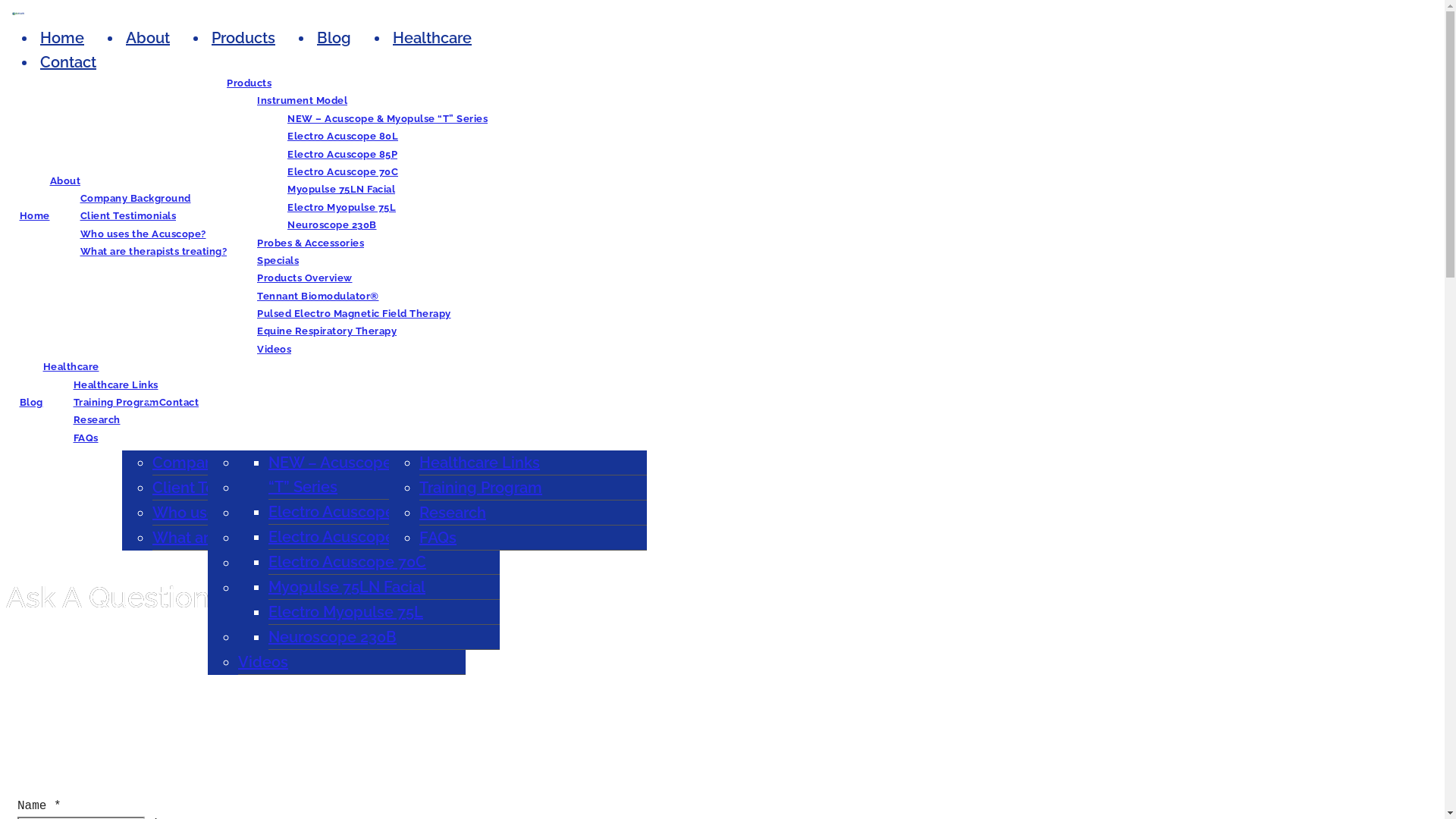 The width and height of the screenshot is (1456, 819). What do you see at coordinates (69, 366) in the screenshot?
I see `'Healthcare'` at bounding box center [69, 366].